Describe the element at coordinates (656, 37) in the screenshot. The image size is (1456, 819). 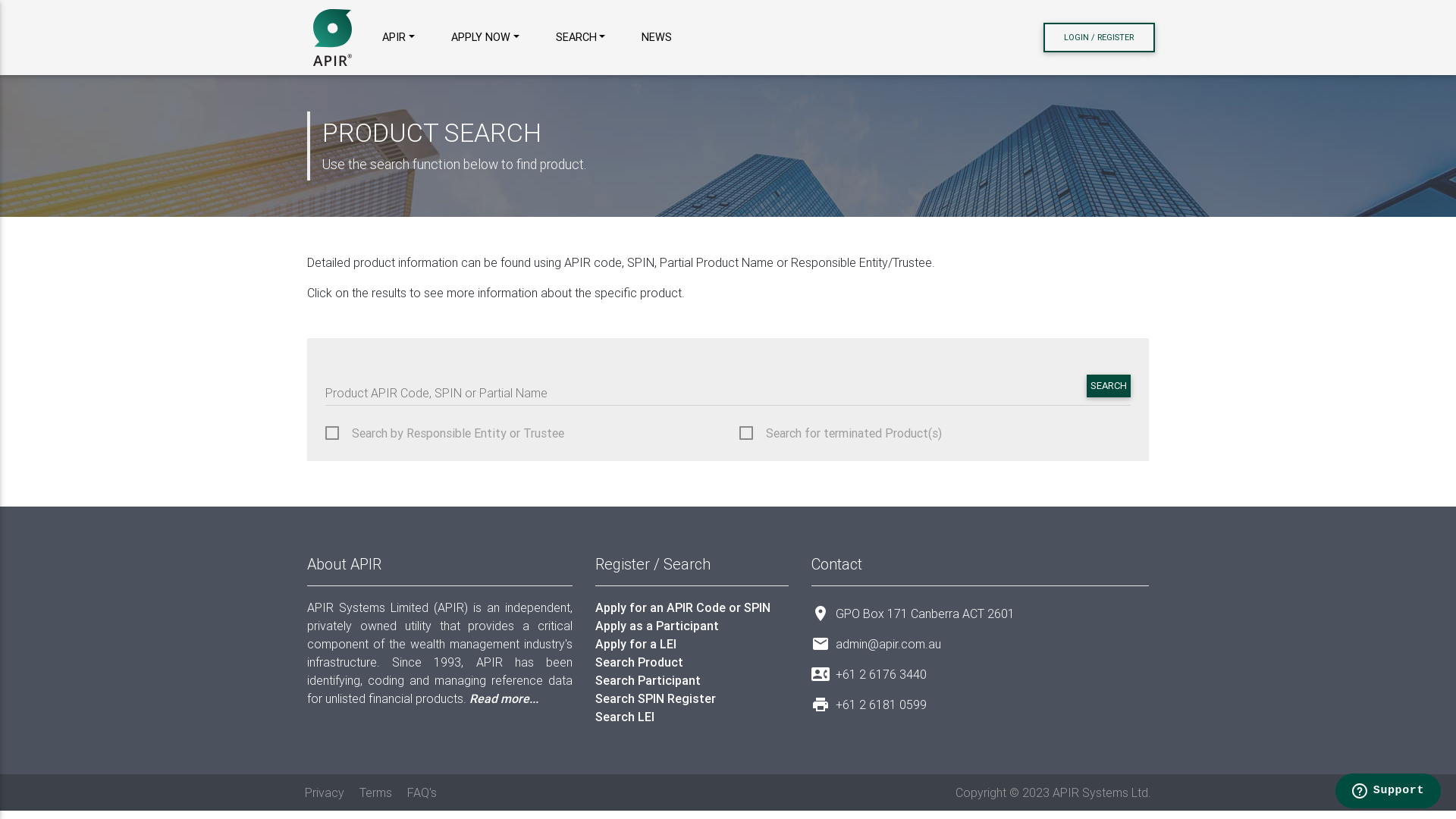
I see `'NEWS'` at that location.